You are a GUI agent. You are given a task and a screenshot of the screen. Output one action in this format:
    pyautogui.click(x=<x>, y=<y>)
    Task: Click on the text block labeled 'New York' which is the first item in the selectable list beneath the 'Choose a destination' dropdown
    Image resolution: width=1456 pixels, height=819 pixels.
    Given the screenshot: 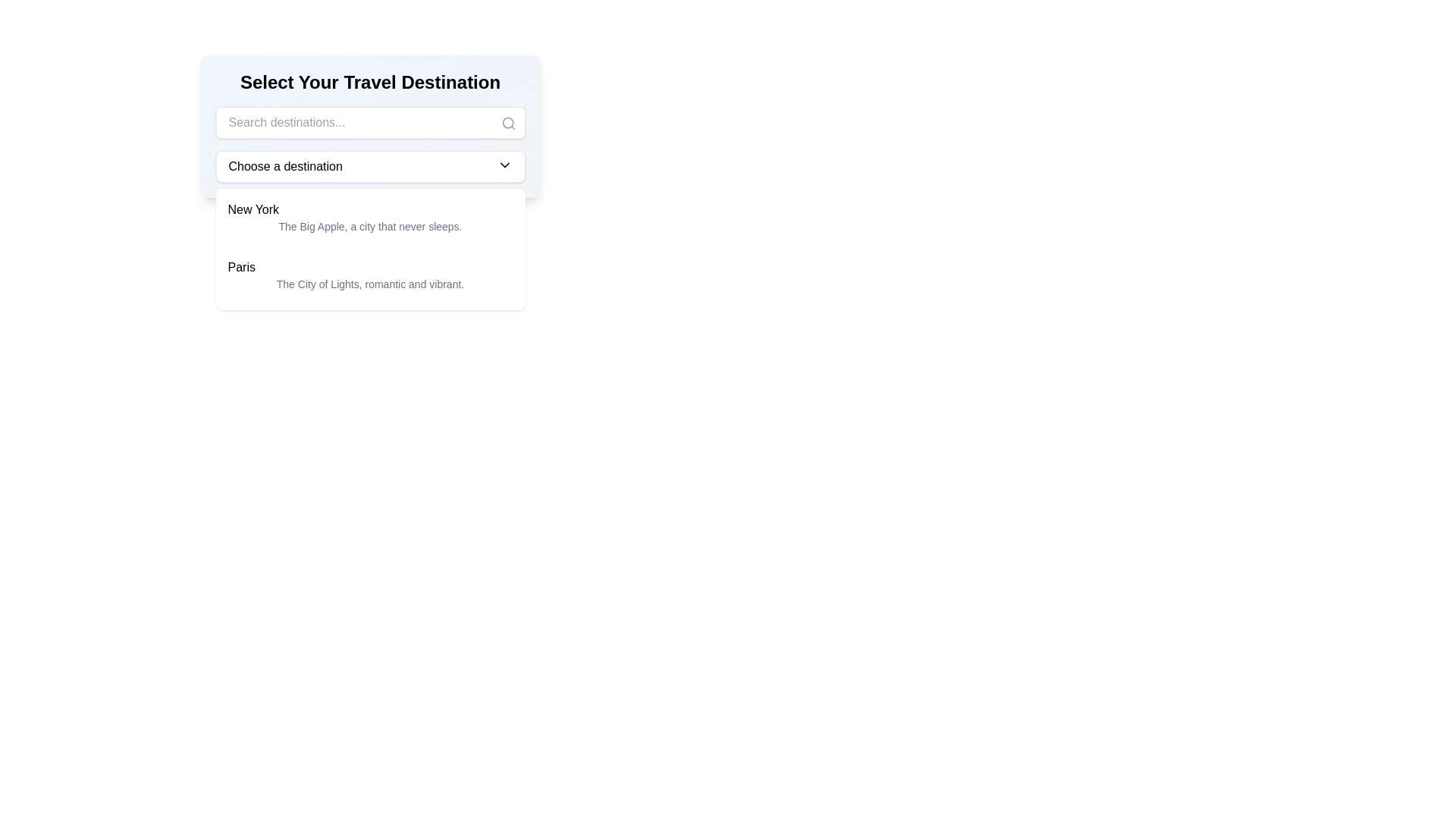 What is the action you would take?
    pyautogui.click(x=370, y=217)
    